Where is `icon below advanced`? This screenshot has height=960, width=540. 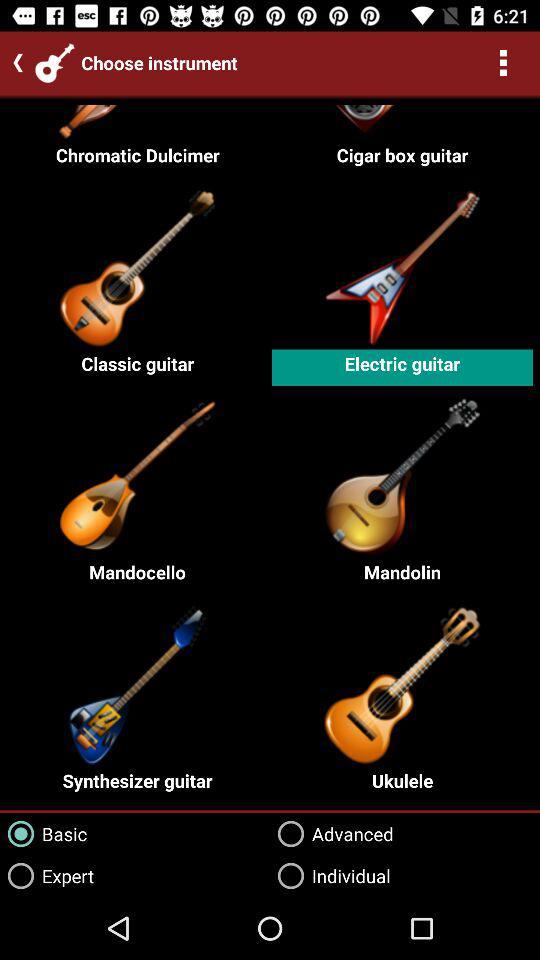
icon below advanced is located at coordinates (330, 875).